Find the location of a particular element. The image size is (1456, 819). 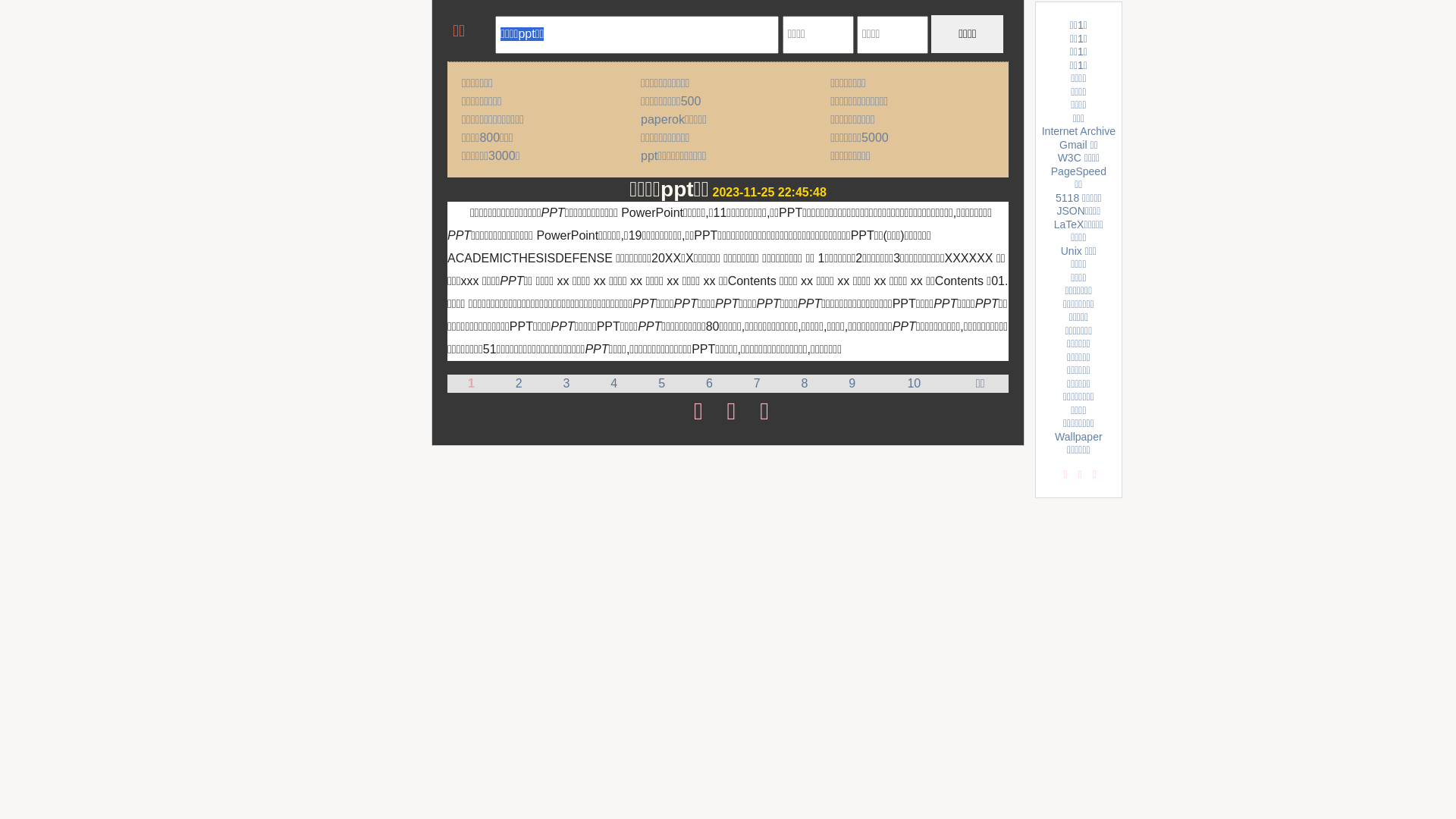

'7' is located at coordinates (753, 382).